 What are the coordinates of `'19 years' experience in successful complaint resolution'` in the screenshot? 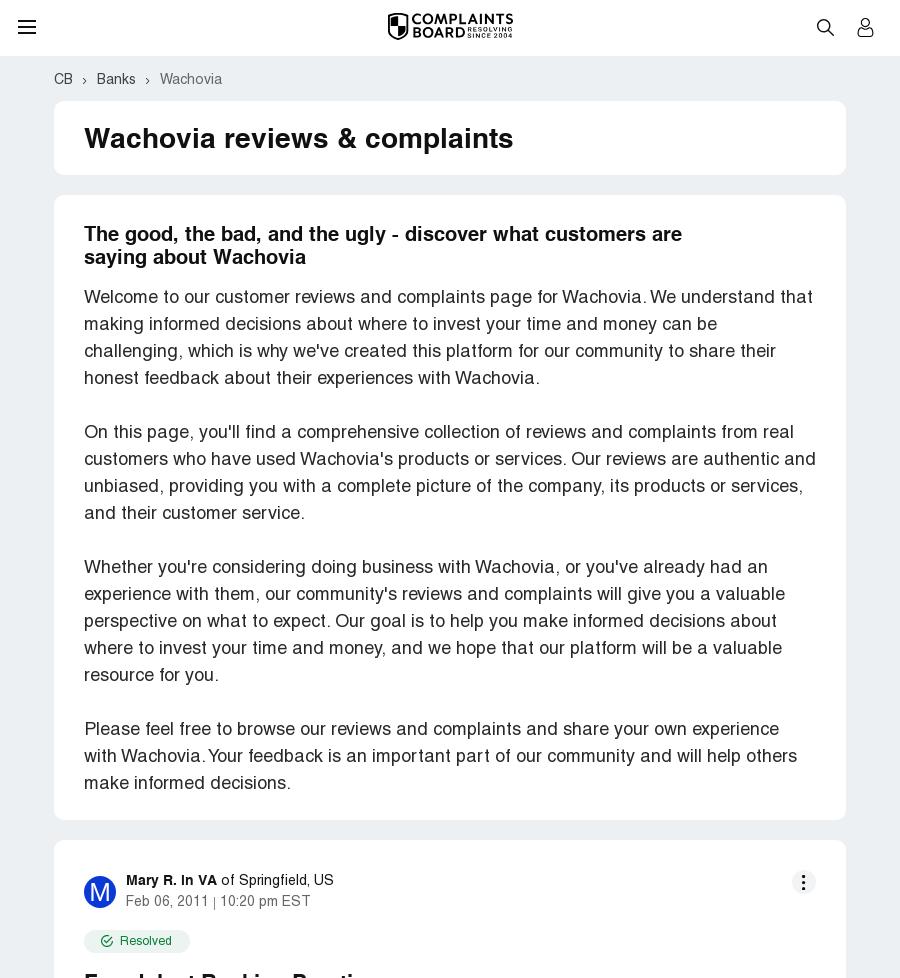 It's located at (309, 835).